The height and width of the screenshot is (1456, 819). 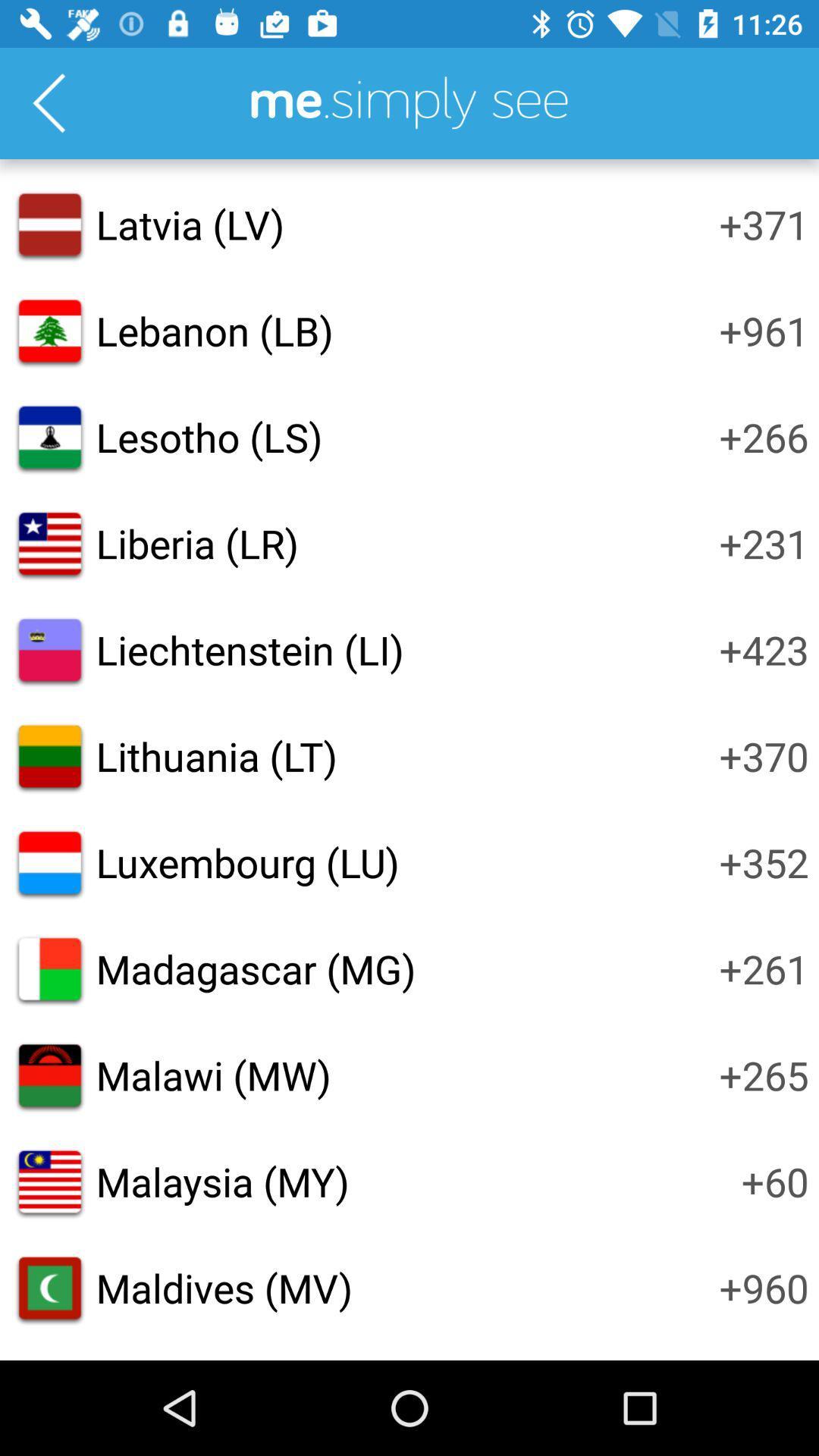 What do you see at coordinates (764, 968) in the screenshot?
I see `the item next to the madagascar (mg)` at bounding box center [764, 968].